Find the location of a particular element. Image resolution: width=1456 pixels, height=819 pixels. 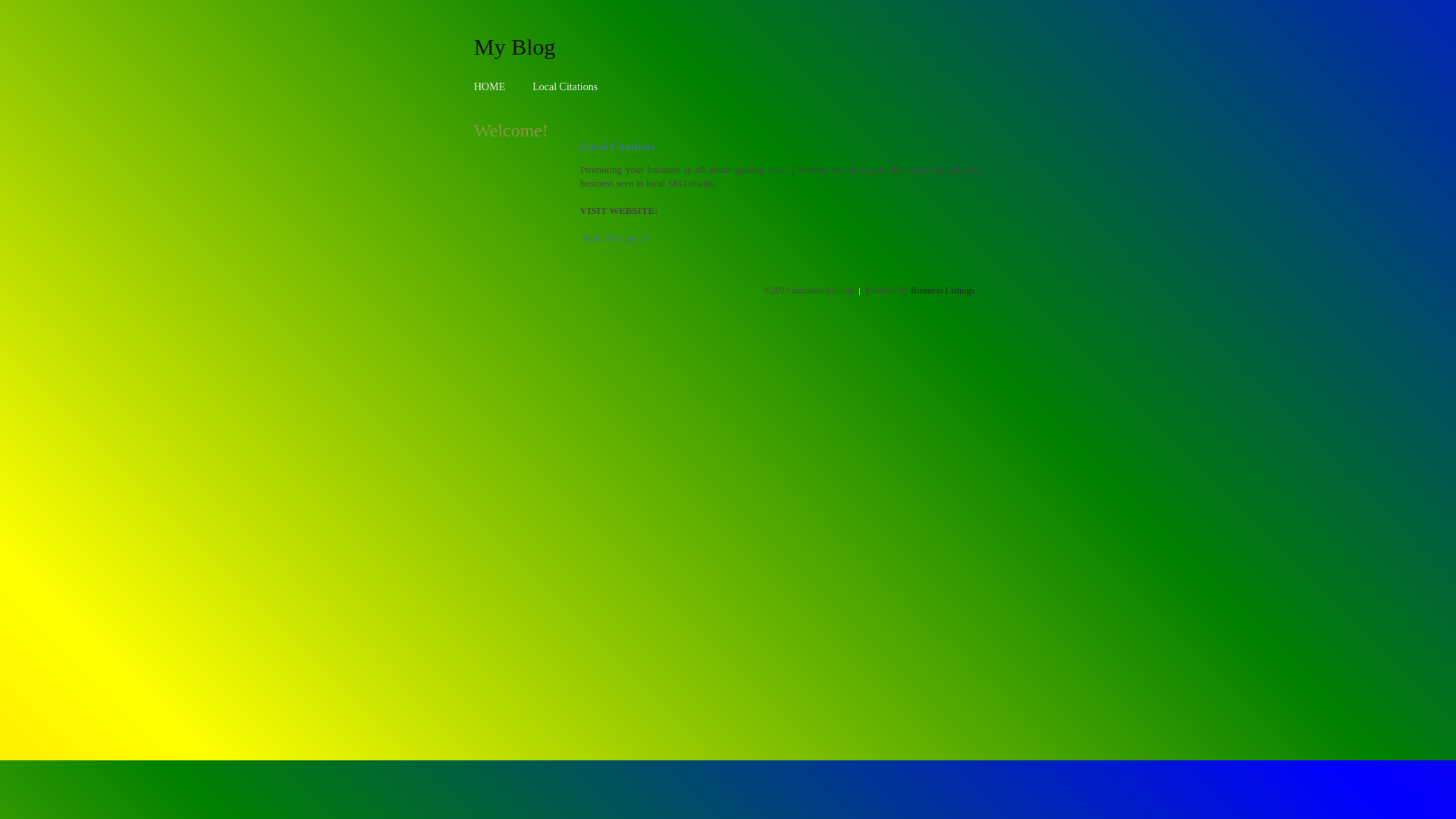

'Local Citations' is located at coordinates (563, 86).